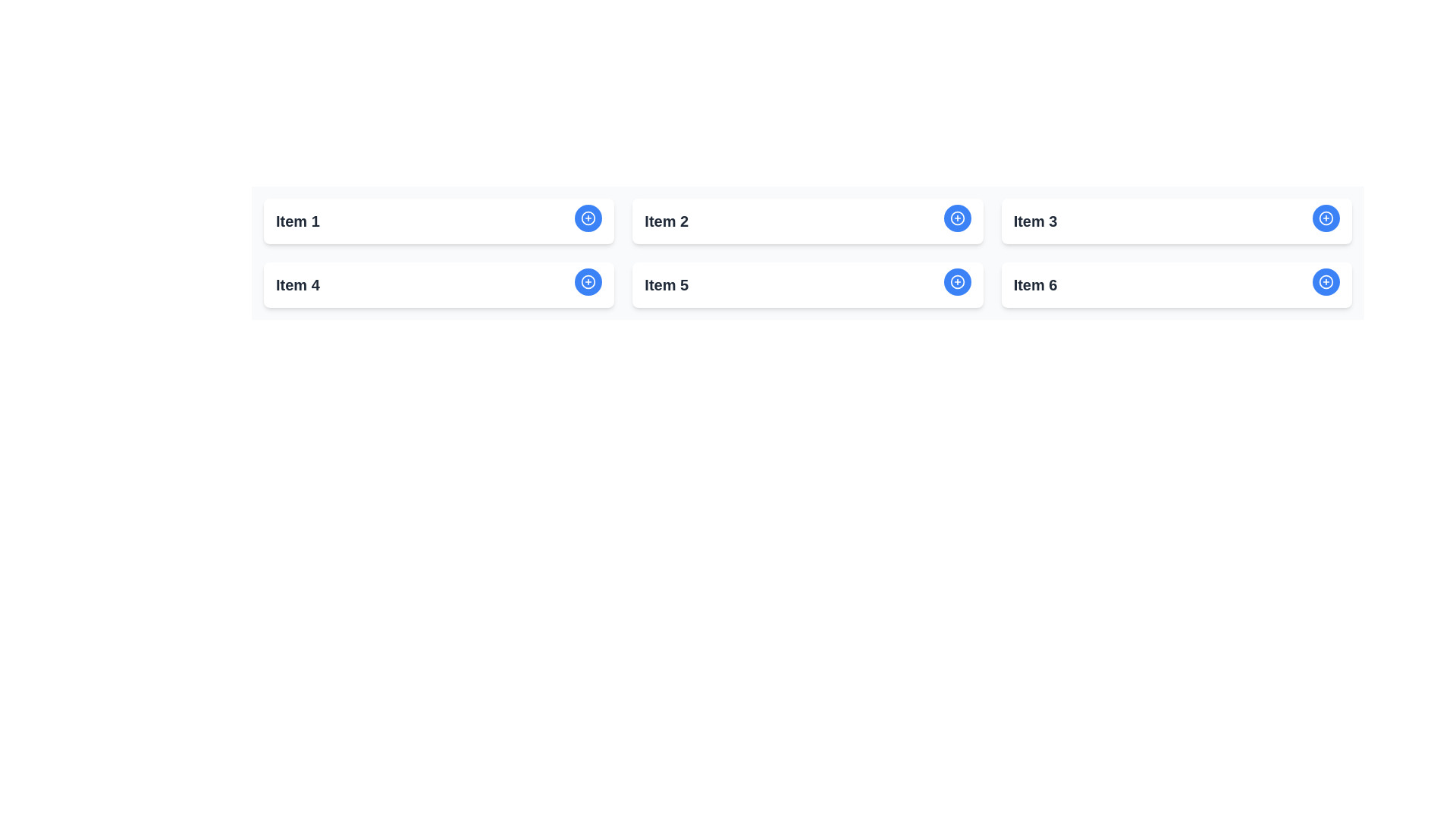  I want to click on the bold, extra-large dark gray text label displaying 'Item 1', which is the leftmost item in its row, so click(297, 221).